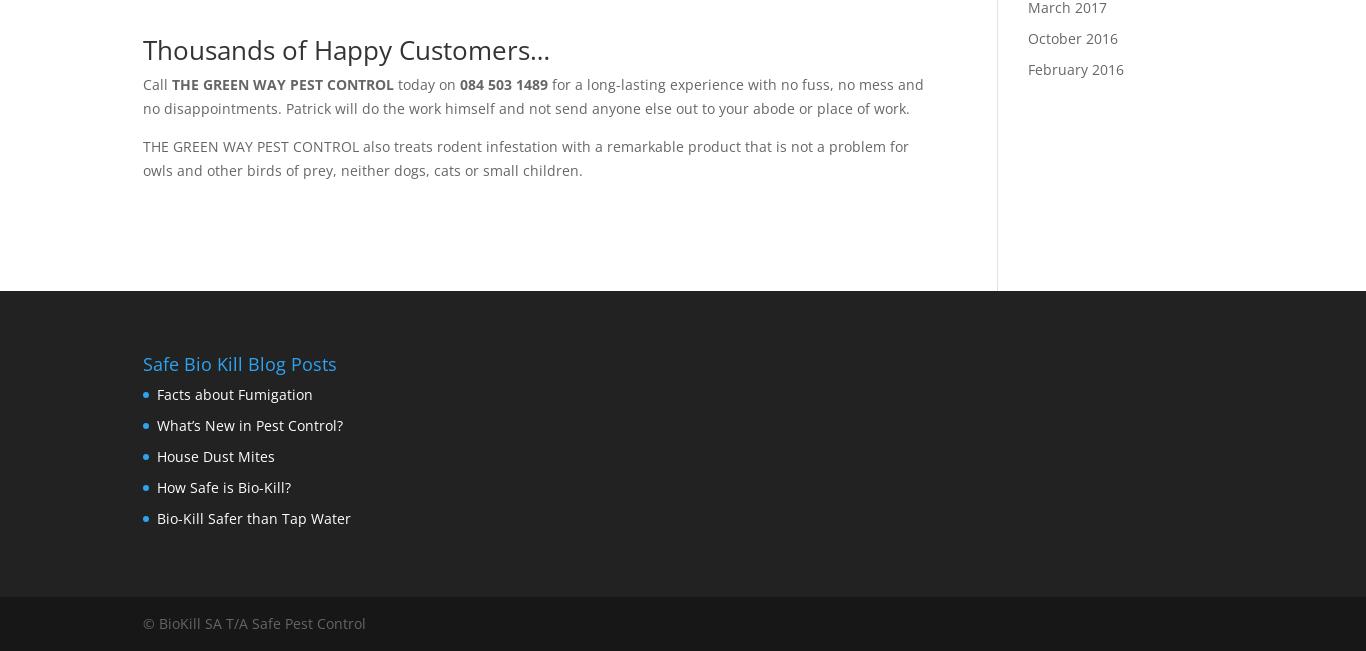  I want to click on 'Facts about Fumigation', so click(234, 393).